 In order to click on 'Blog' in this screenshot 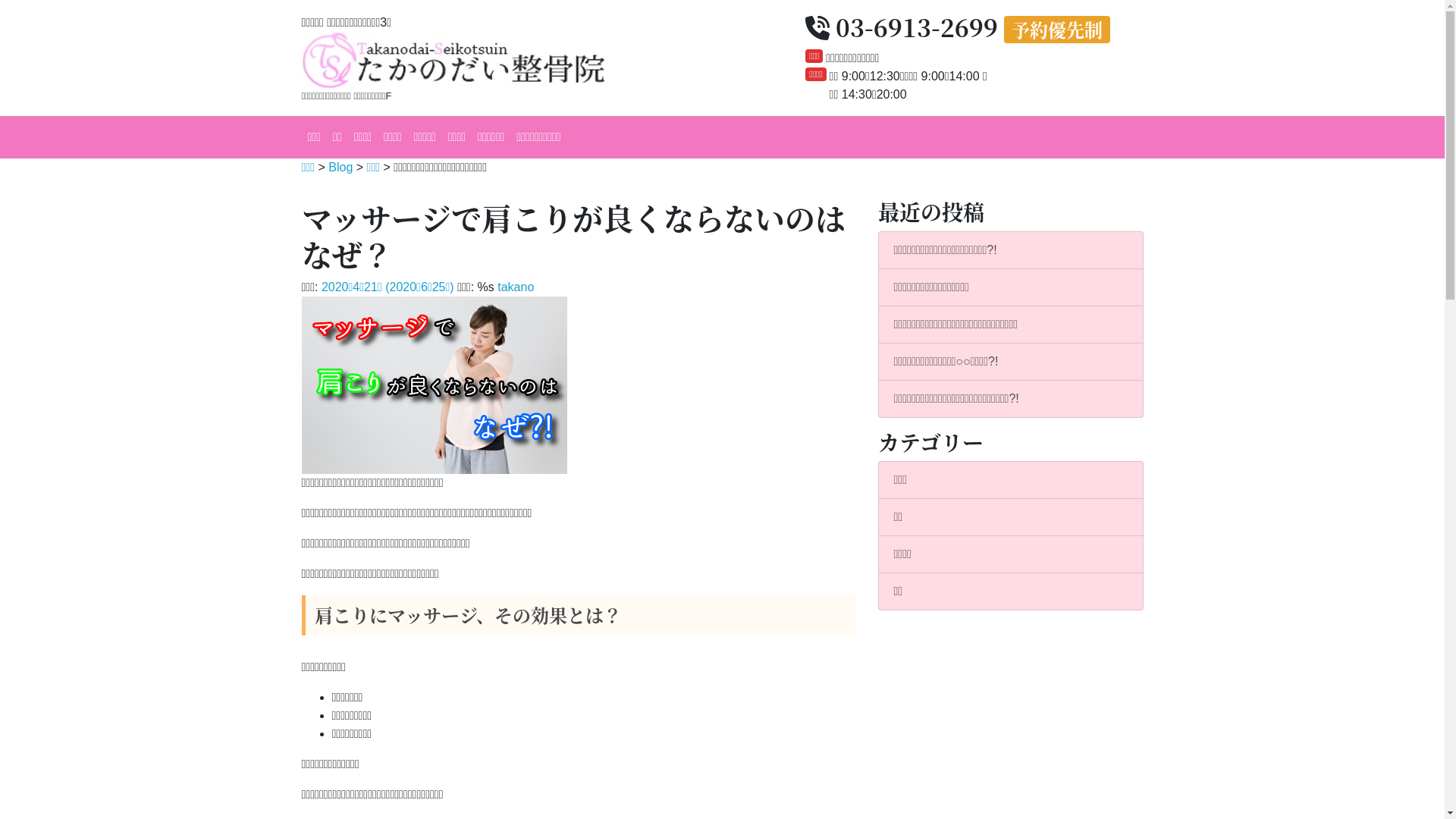, I will do `click(340, 167)`.